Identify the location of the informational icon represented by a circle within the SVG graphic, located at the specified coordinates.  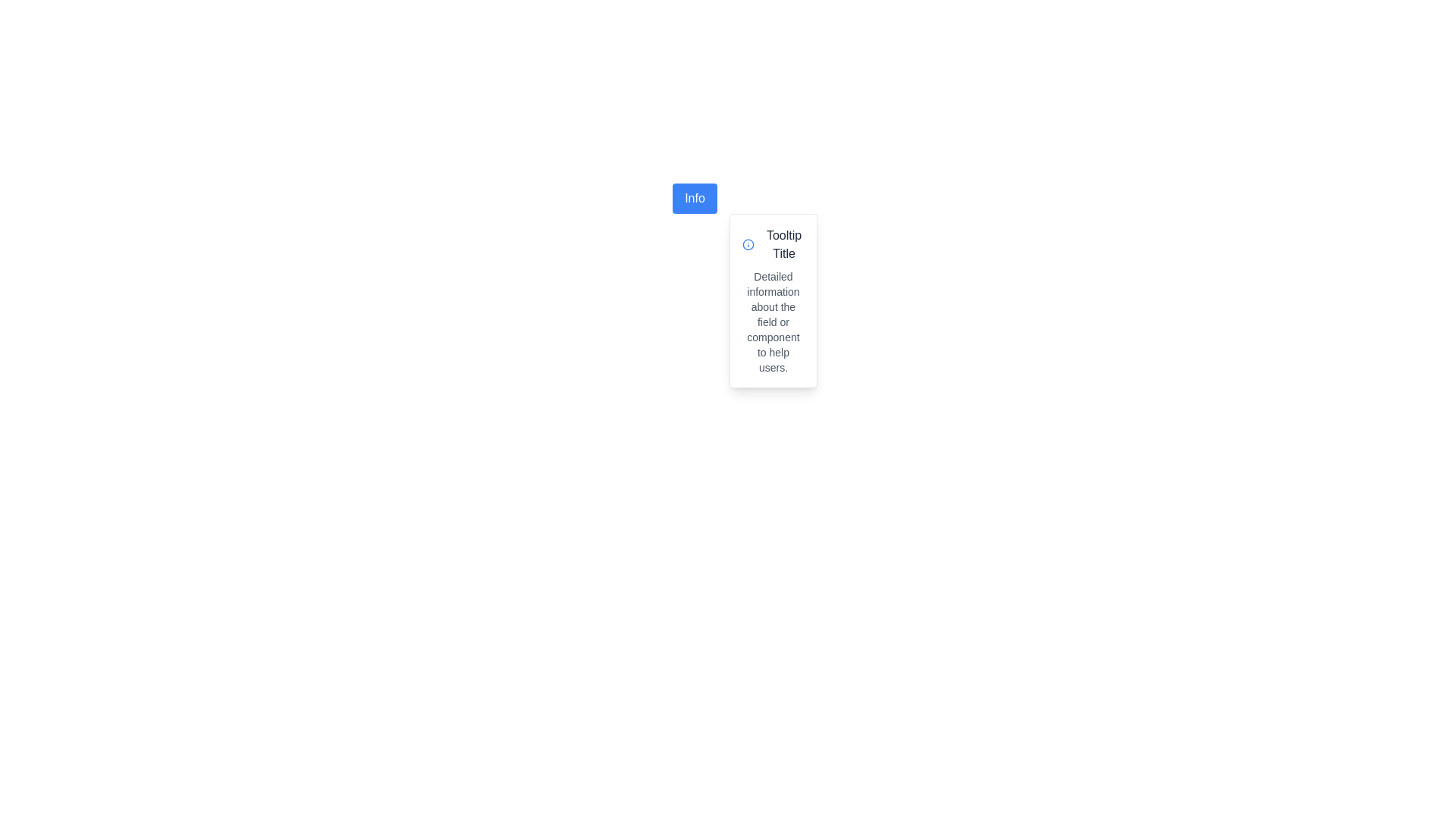
(748, 244).